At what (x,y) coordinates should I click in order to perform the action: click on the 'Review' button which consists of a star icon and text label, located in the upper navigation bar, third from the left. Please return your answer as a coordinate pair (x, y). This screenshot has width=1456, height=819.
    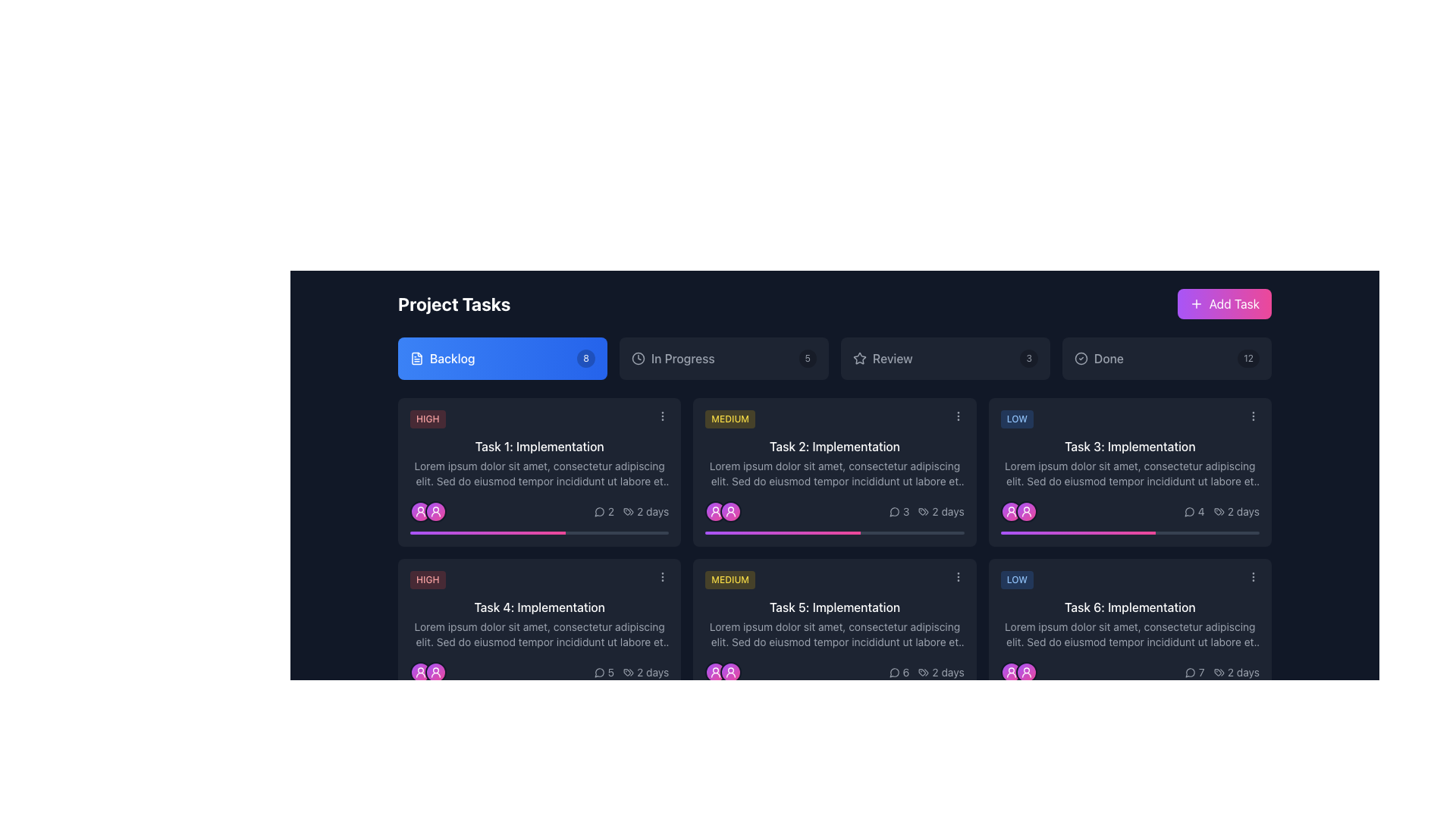
    Looking at the image, I should click on (883, 359).